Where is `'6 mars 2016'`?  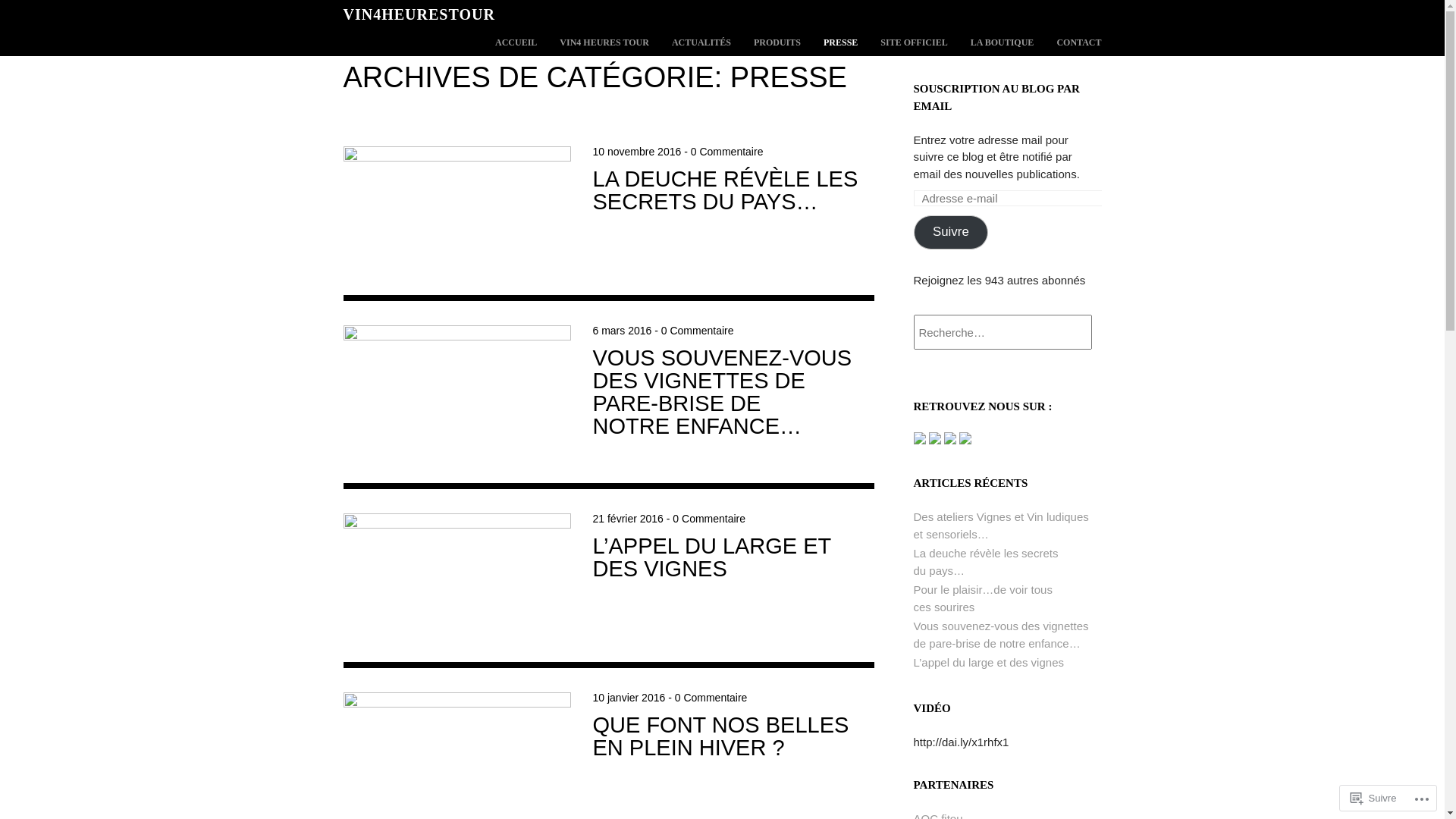 '6 mars 2016' is located at coordinates (622, 329).